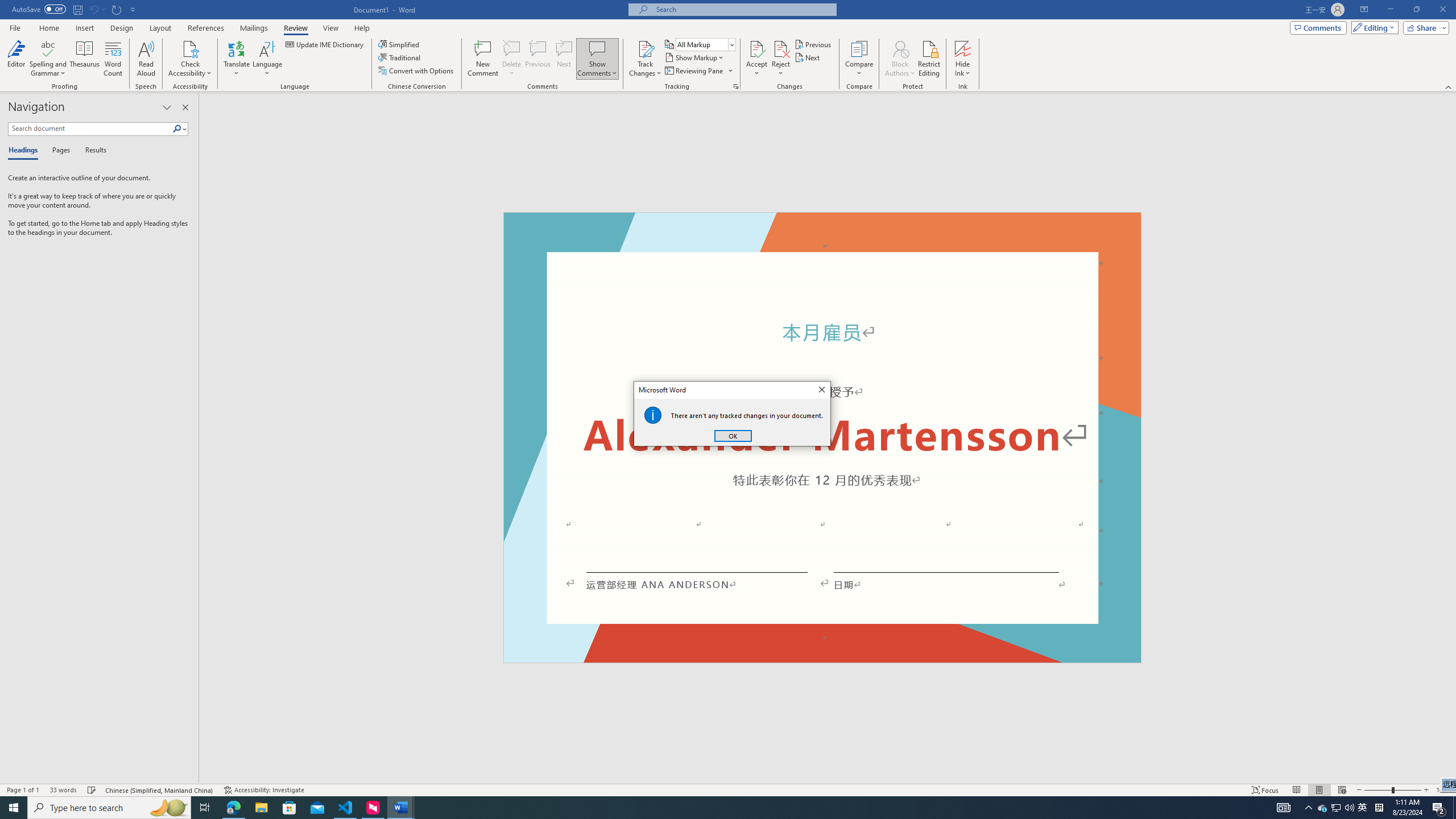 This screenshot has height=819, width=1456. What do you see at coordinates (1363, 9) in the screenshot?
I see `'Ribbon Display Options'` at bounding box center [1363, 9].